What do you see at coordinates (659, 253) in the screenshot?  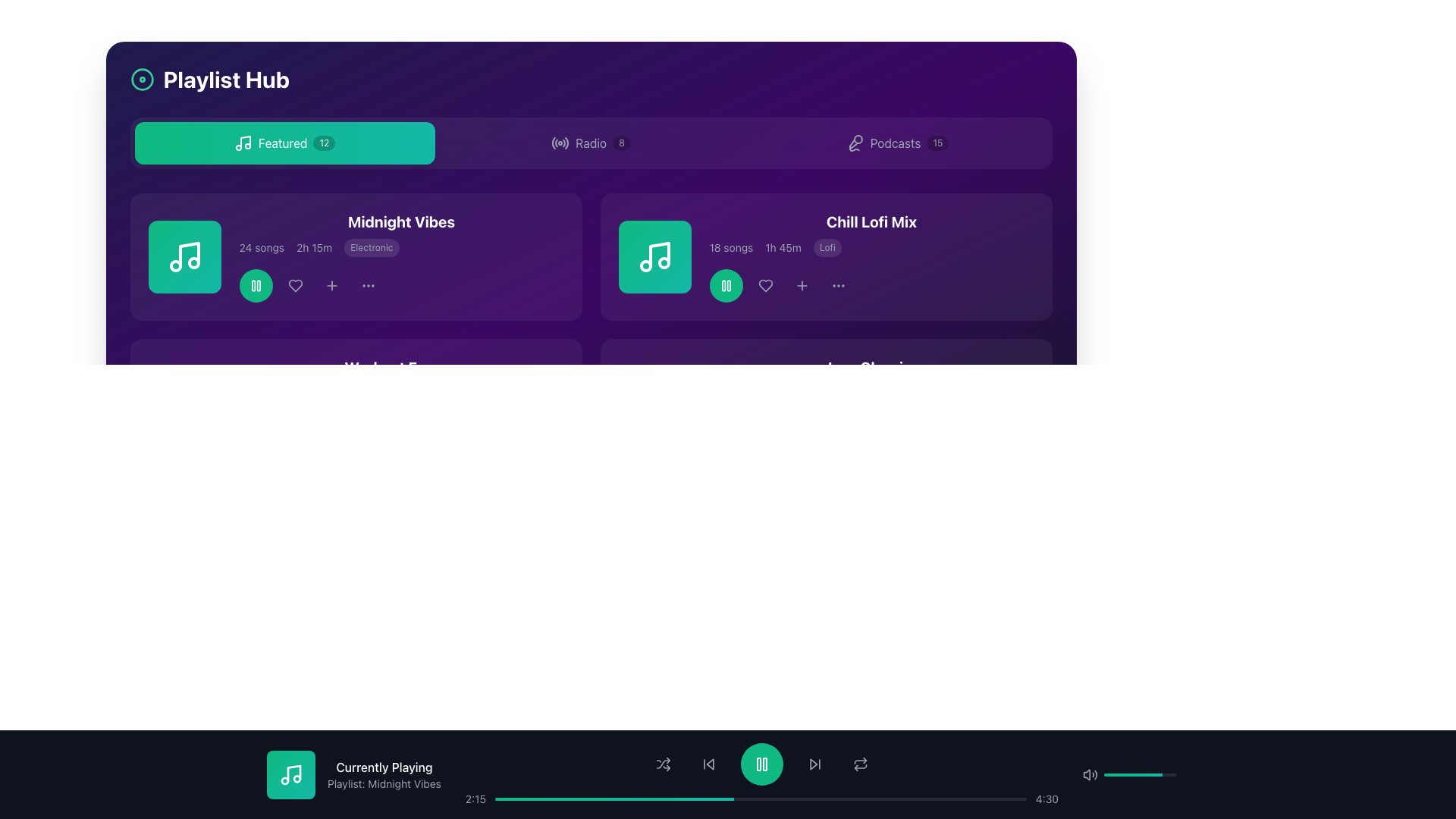 I see `the music note icon within the 'Chill Lofi Mix' playlist card, which features a bold vertical line representing a note stem` at bounding box center [659, 253].